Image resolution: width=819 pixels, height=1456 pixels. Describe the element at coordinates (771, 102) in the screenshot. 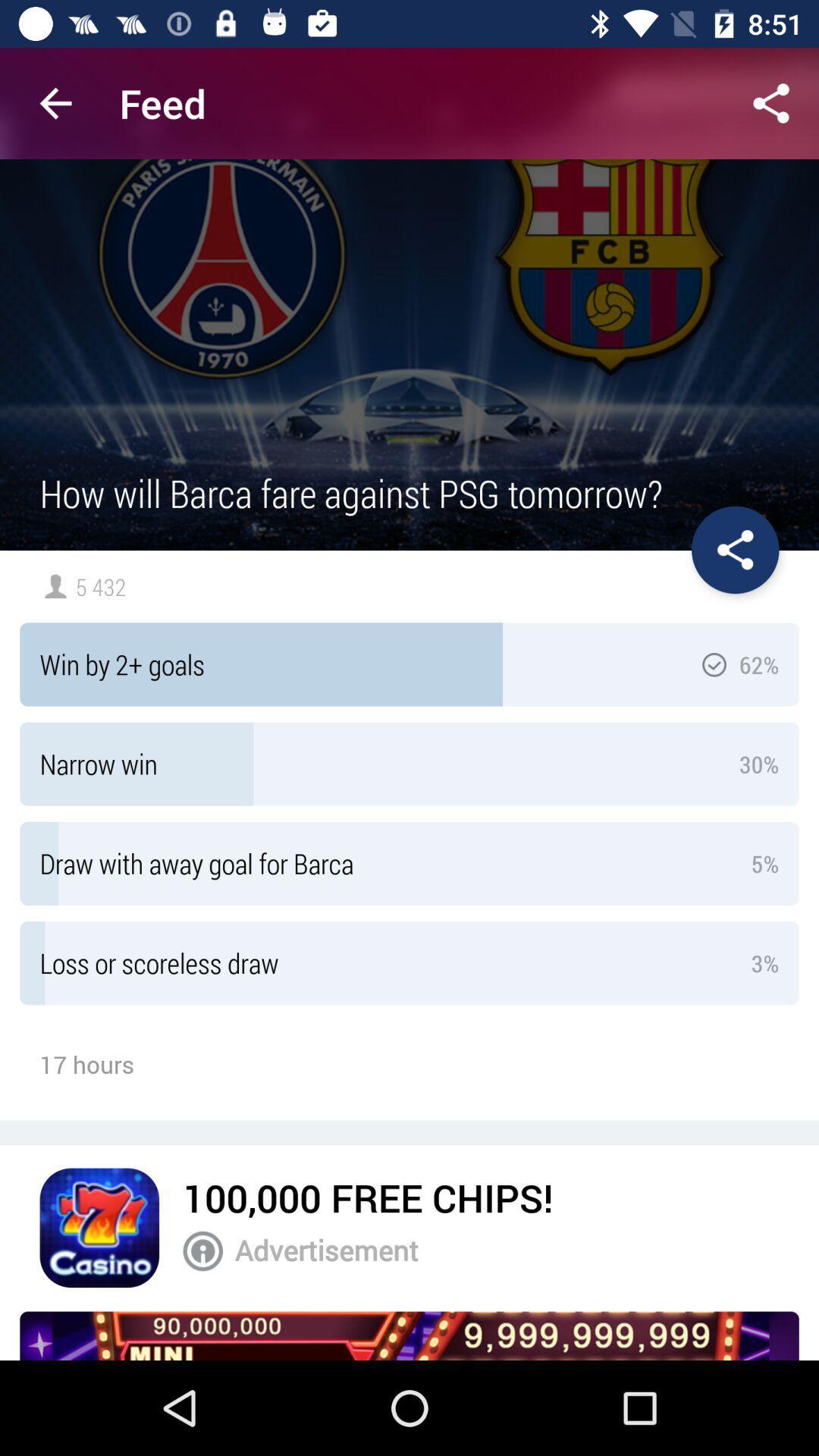

I see `share feed` at that location.